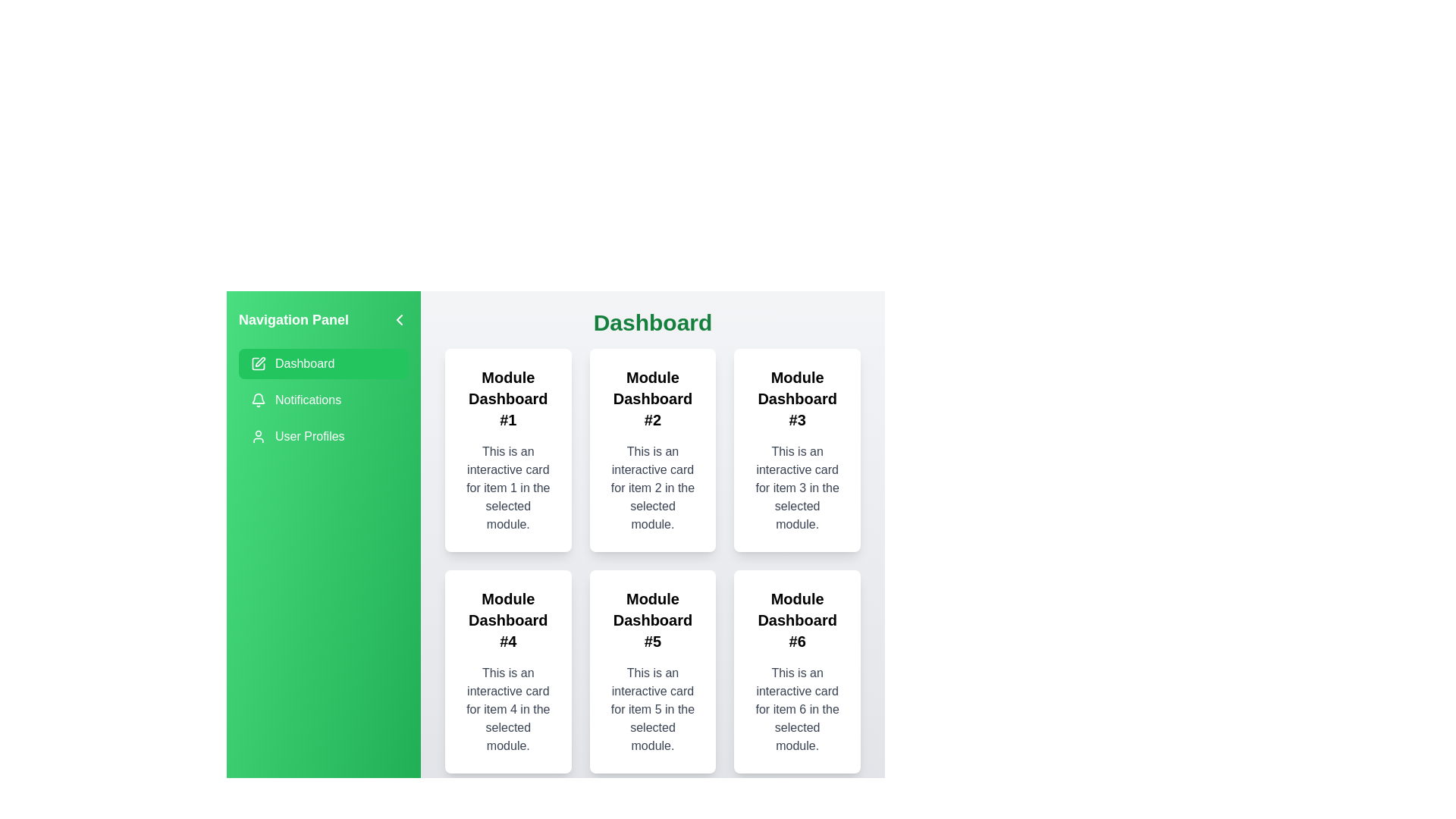 Image resolution: width=1456 pixels, height=819 pixels. I want to click on the module User Profiles from the navigation panel, so click(323, 436).